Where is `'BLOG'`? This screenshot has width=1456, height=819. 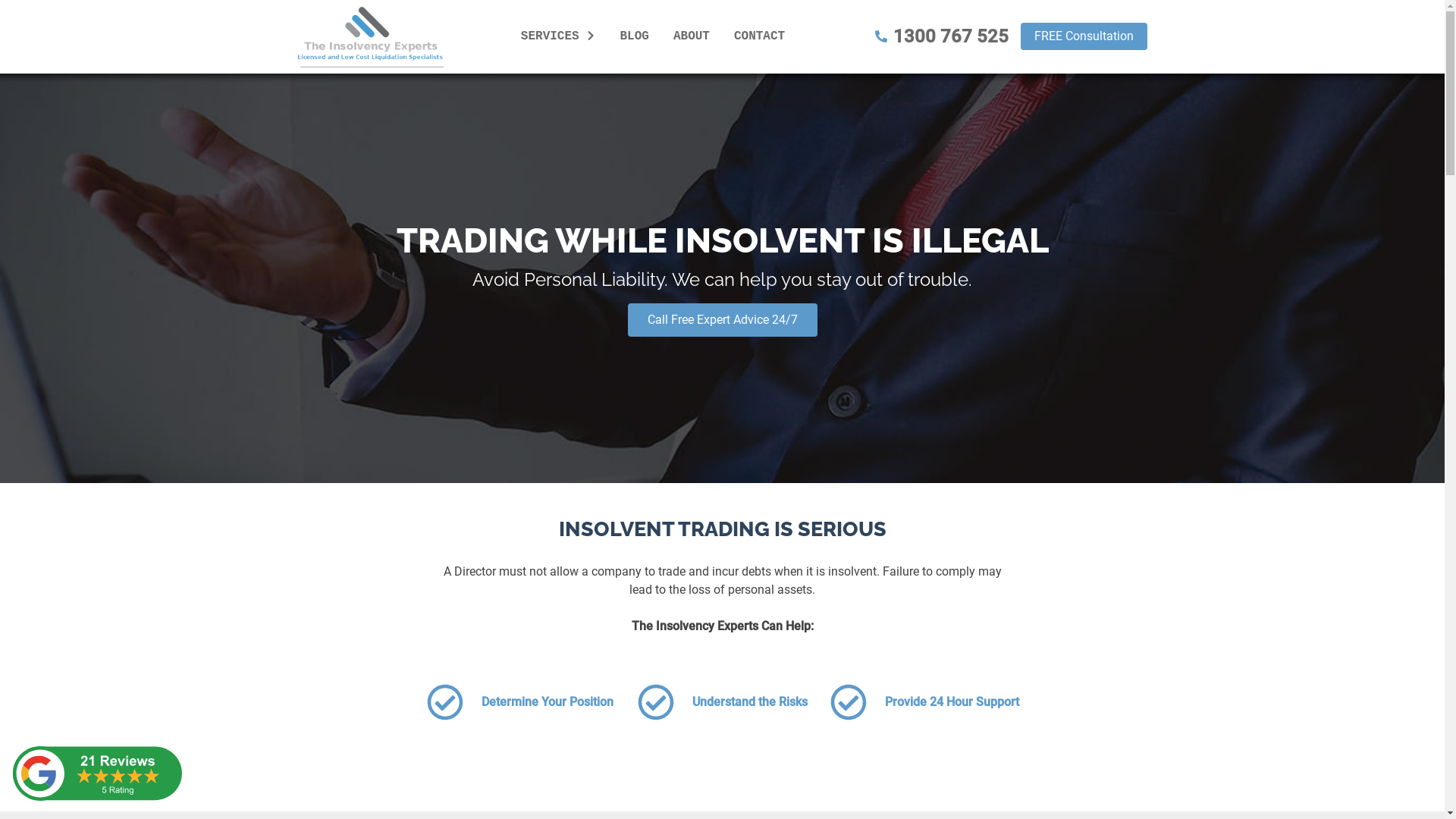 'BLOG' is located at coordinates (634, 35).